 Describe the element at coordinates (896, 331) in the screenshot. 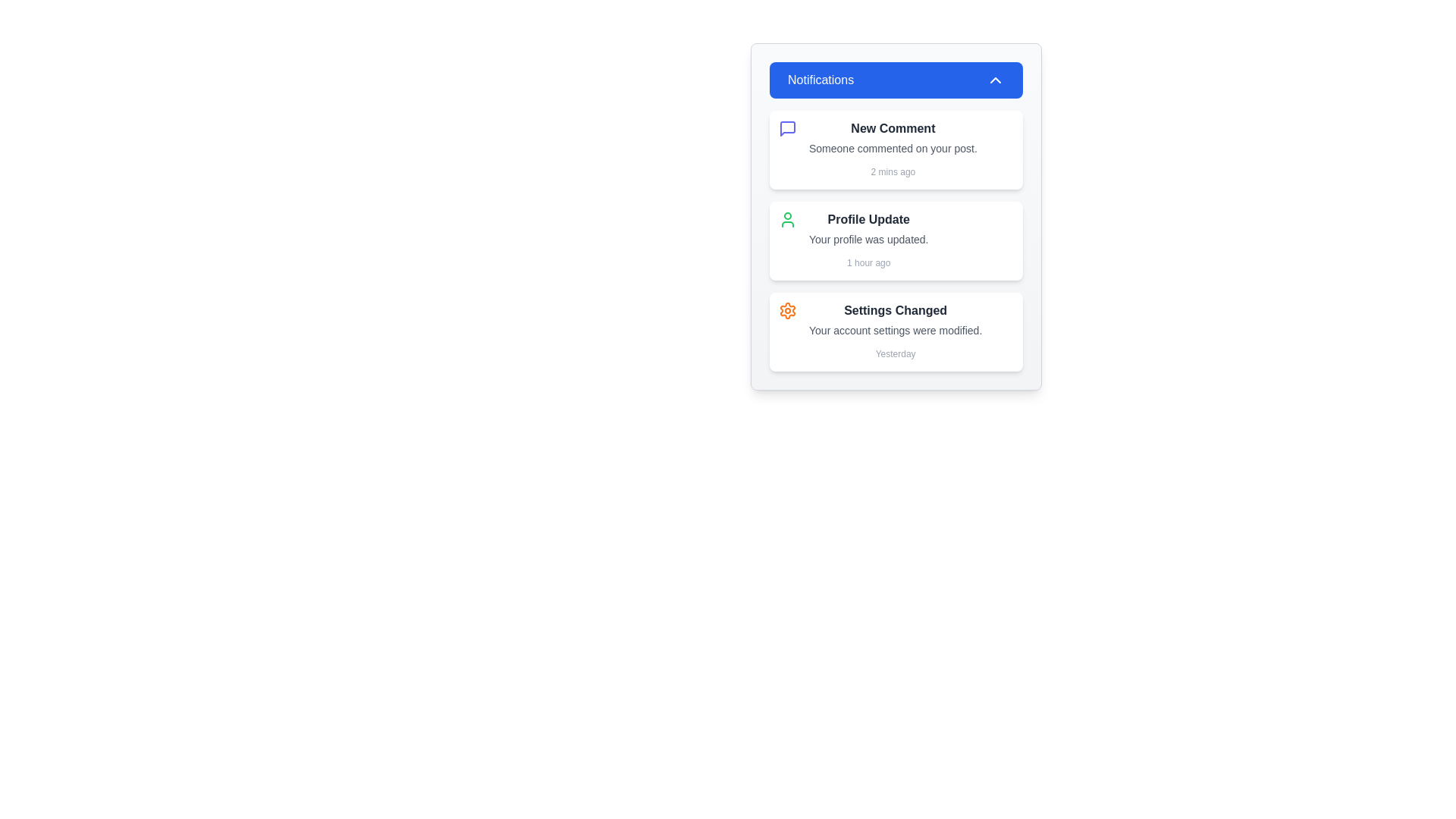

I see `notification text titled 'Settings Changed', which contains the description 'Your account settings were modified.' and the time indicator 'Yesterday'` at that location.